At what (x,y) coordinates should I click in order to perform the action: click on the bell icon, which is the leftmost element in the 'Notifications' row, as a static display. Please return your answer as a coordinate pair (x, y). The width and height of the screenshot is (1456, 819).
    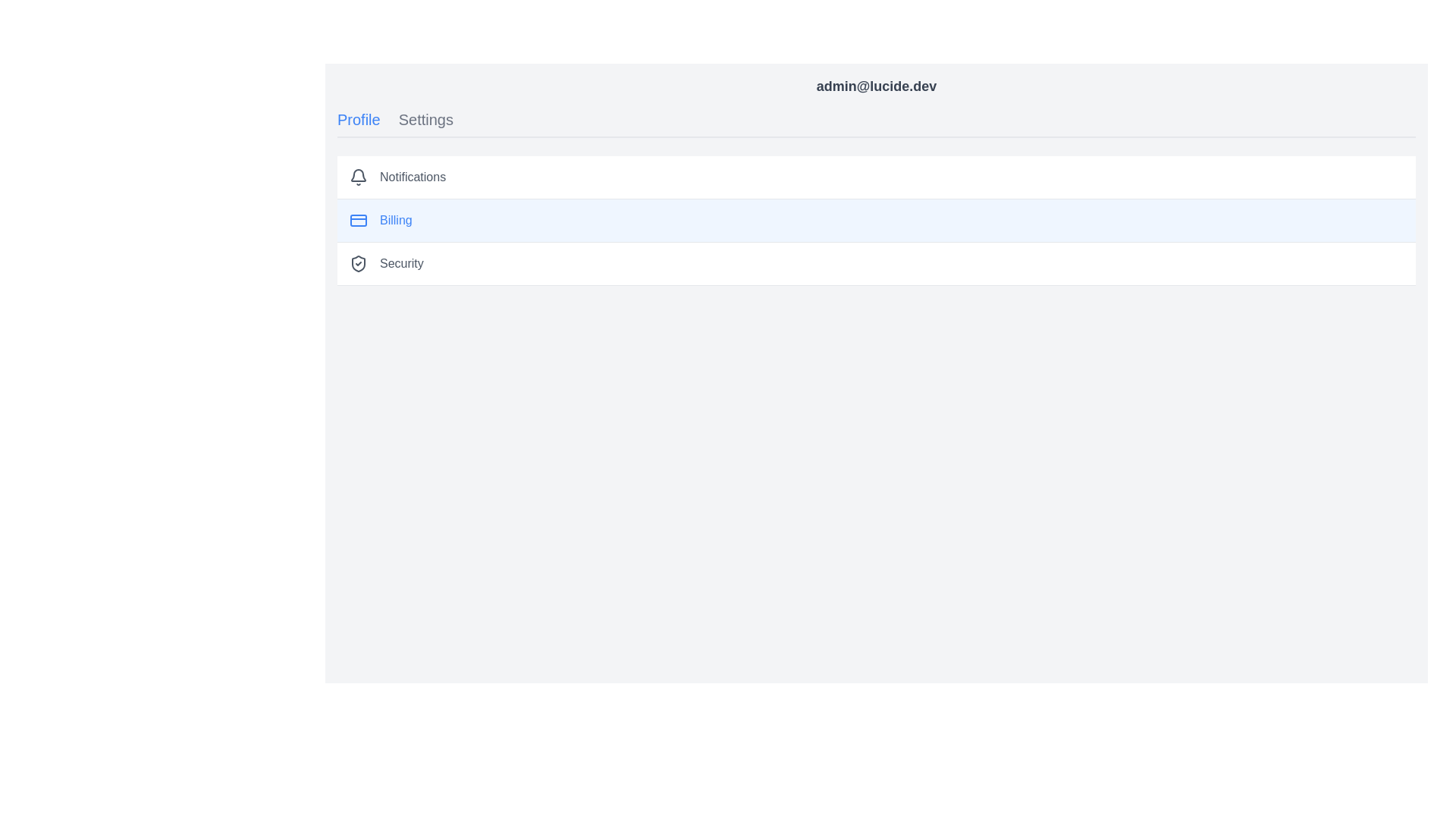
    Looking at the image, I should click on (358, 174).